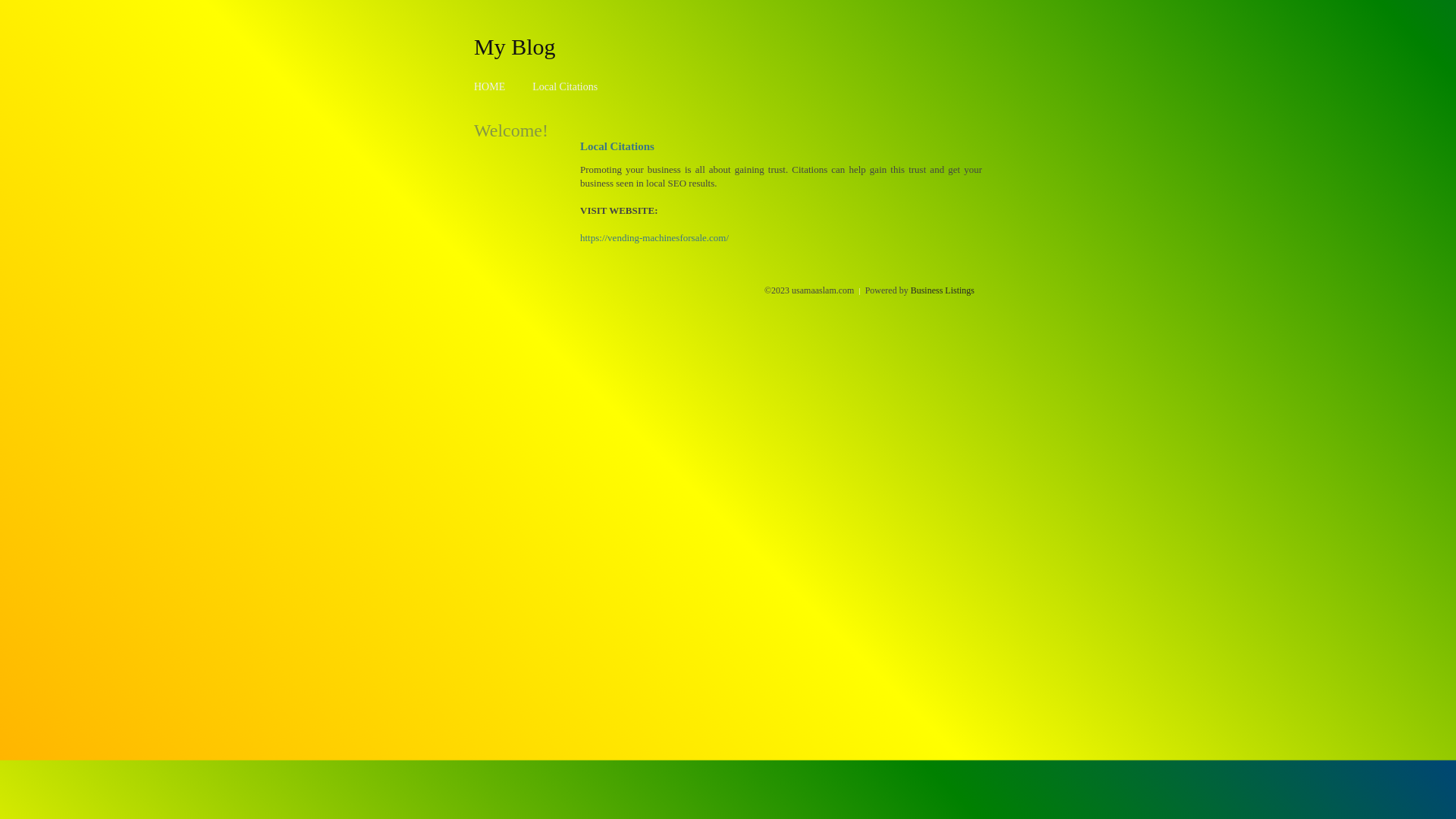 This screenshot has height=819, width=1456. What do you see at coordinates (514, 45) in the screenshot?
I see `'My Blog'` at bounding box center [514, 45].